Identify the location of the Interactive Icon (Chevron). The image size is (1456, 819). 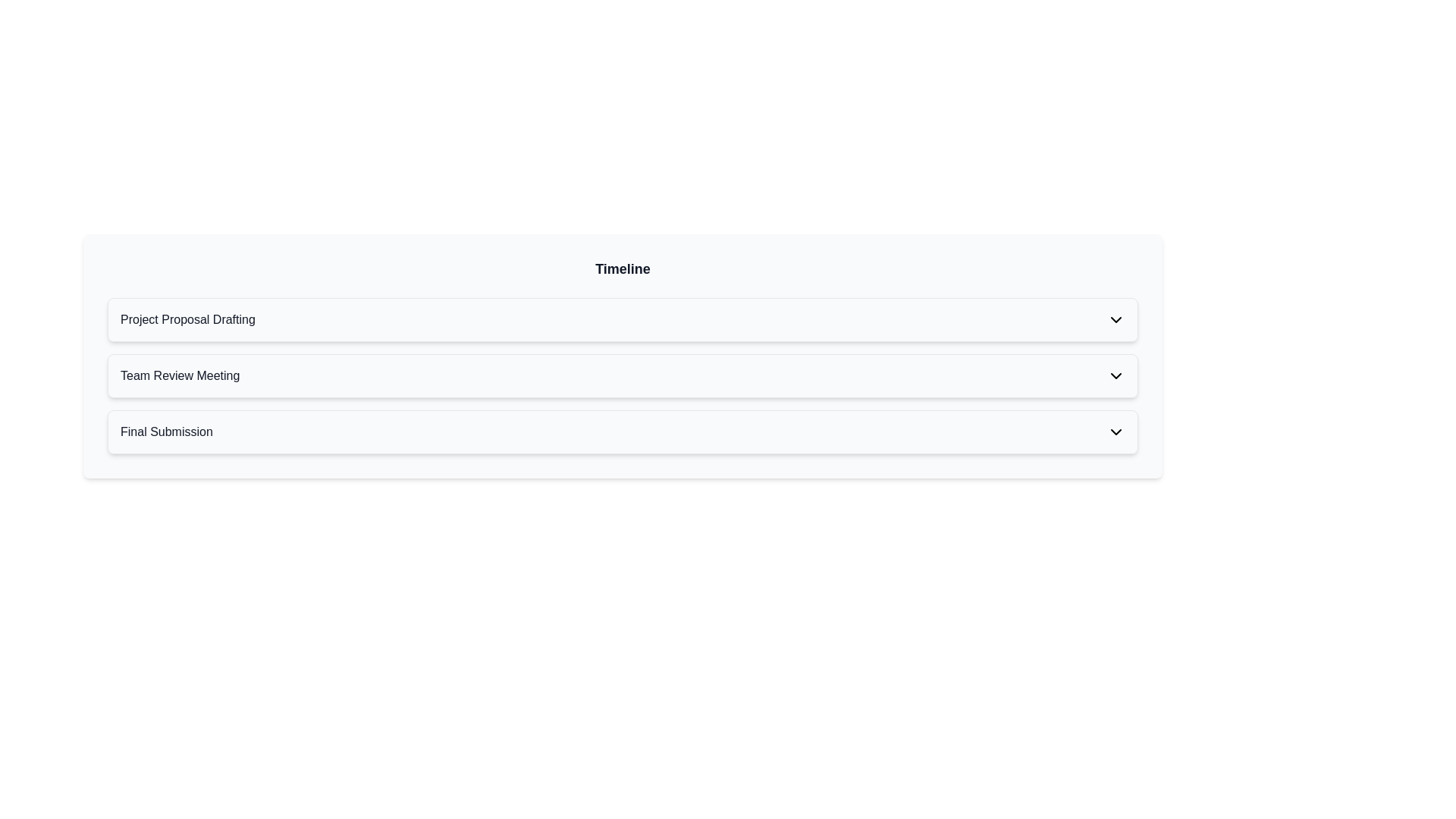
(1116, 318).